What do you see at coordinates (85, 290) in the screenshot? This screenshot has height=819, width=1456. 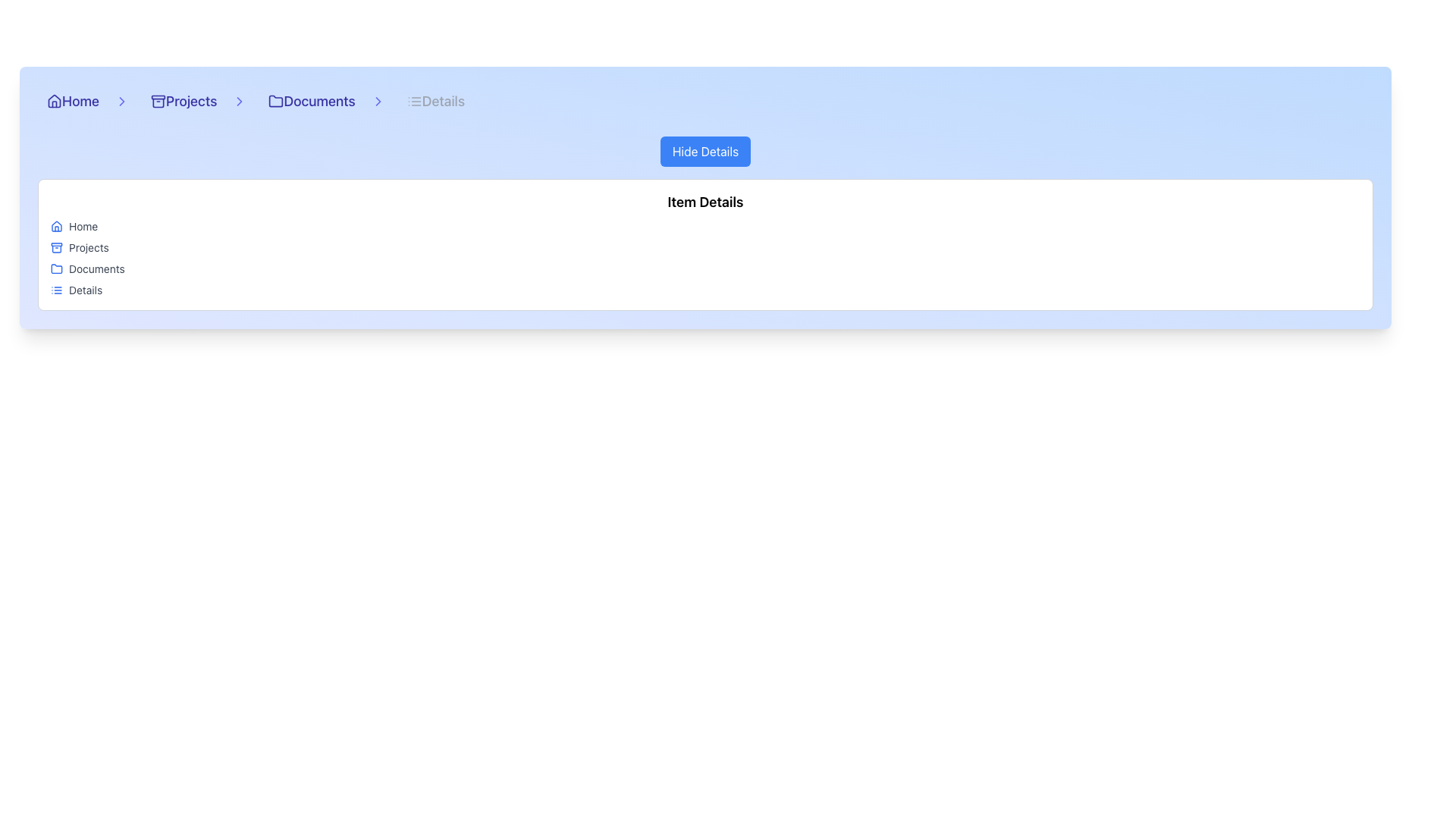 I see `the 'Details' text label, which is gray and part of the navigation panel, positioned below the breadcrumb navigation` at bounding box center [85, 290].